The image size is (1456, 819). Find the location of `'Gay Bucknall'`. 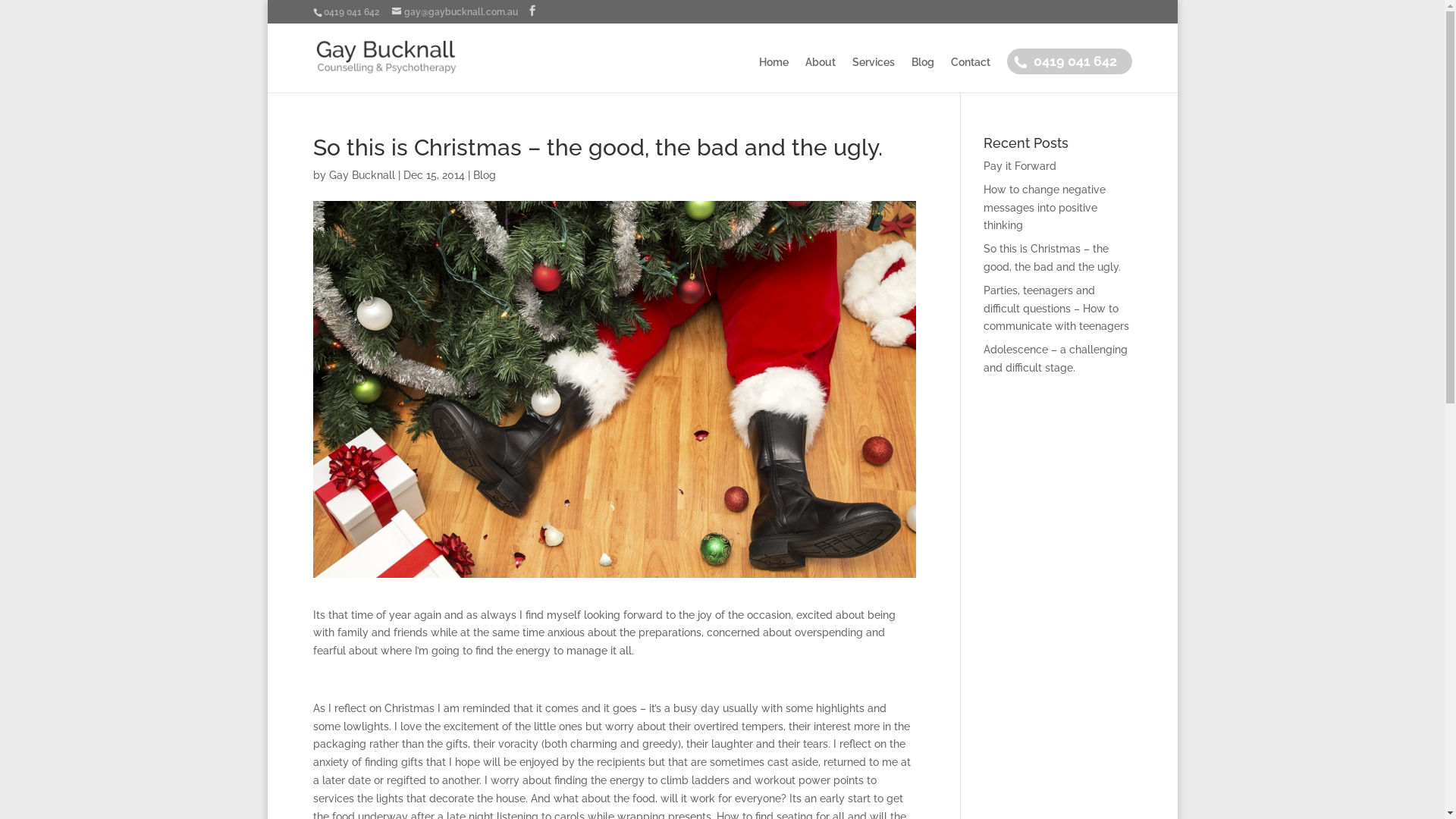

'Gay Bucknall' is located at coordinates (361, 174).